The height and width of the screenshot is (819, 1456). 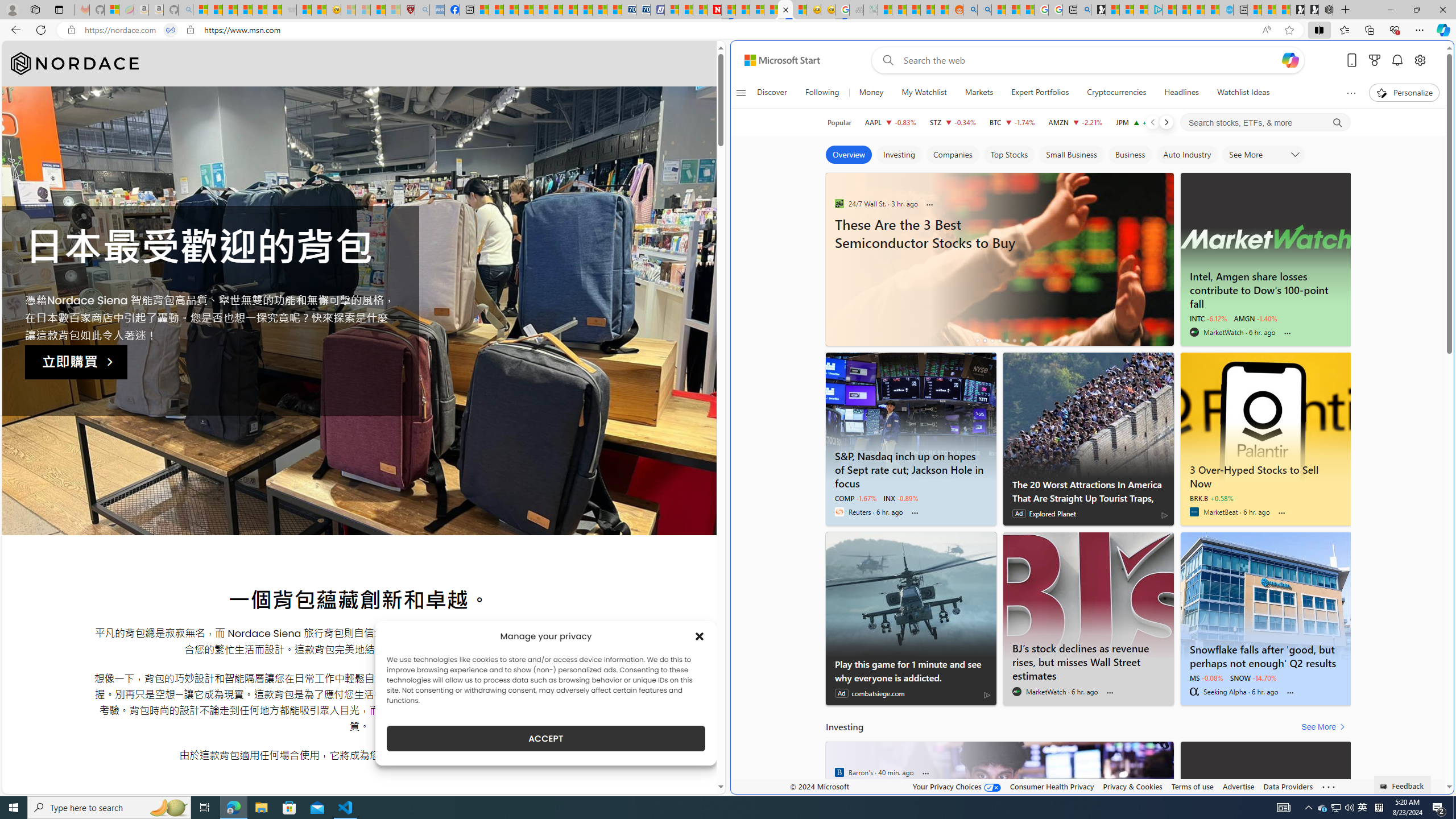 I want to click on 'Cryptocurrencies', so click(x=1116, y=92).